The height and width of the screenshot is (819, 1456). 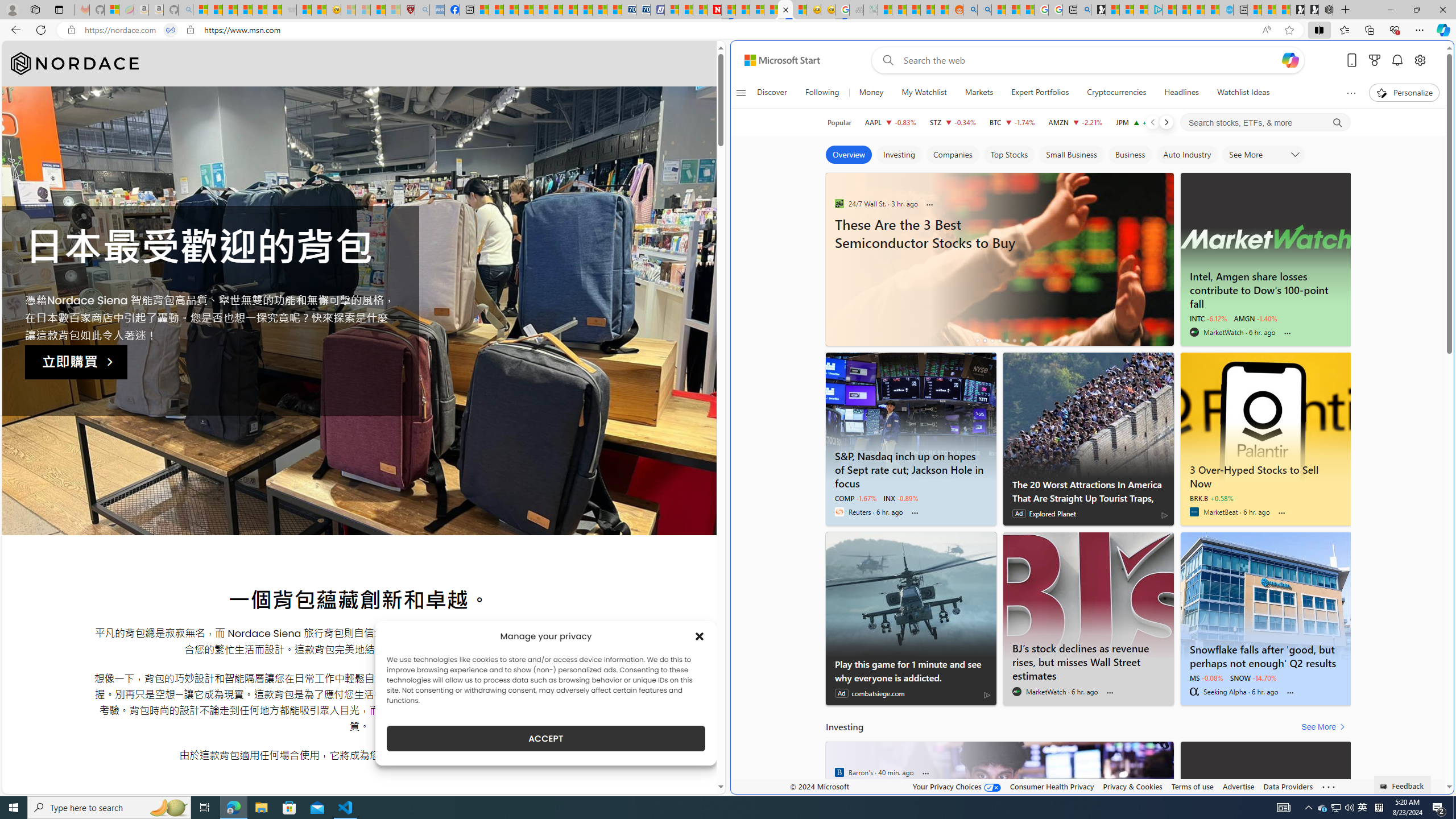 I want to click on 'Cryptocurrencies', so click(x=1116, y=92).